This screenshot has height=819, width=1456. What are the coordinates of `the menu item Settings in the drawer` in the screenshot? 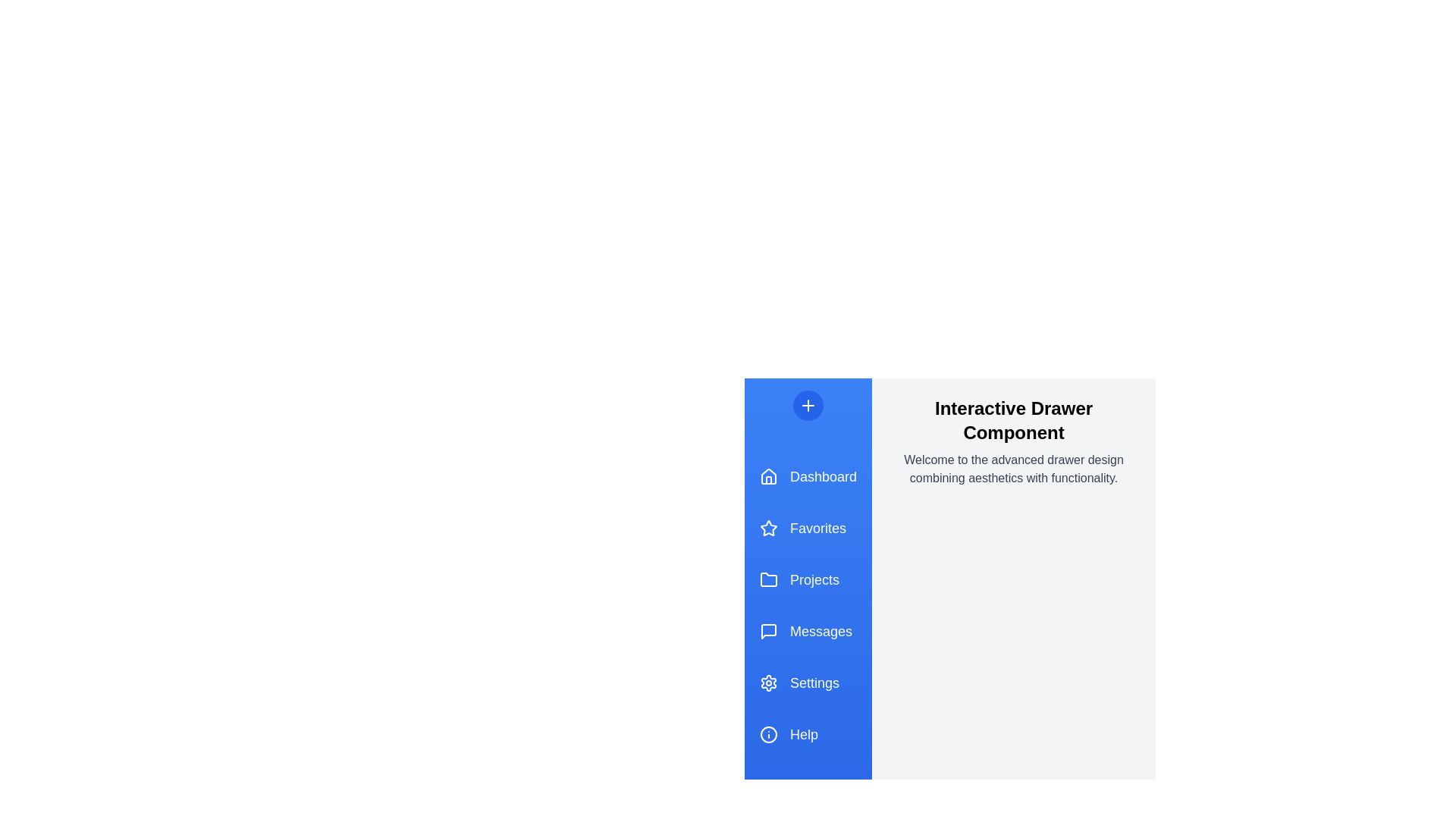 It's located at (807, 683).